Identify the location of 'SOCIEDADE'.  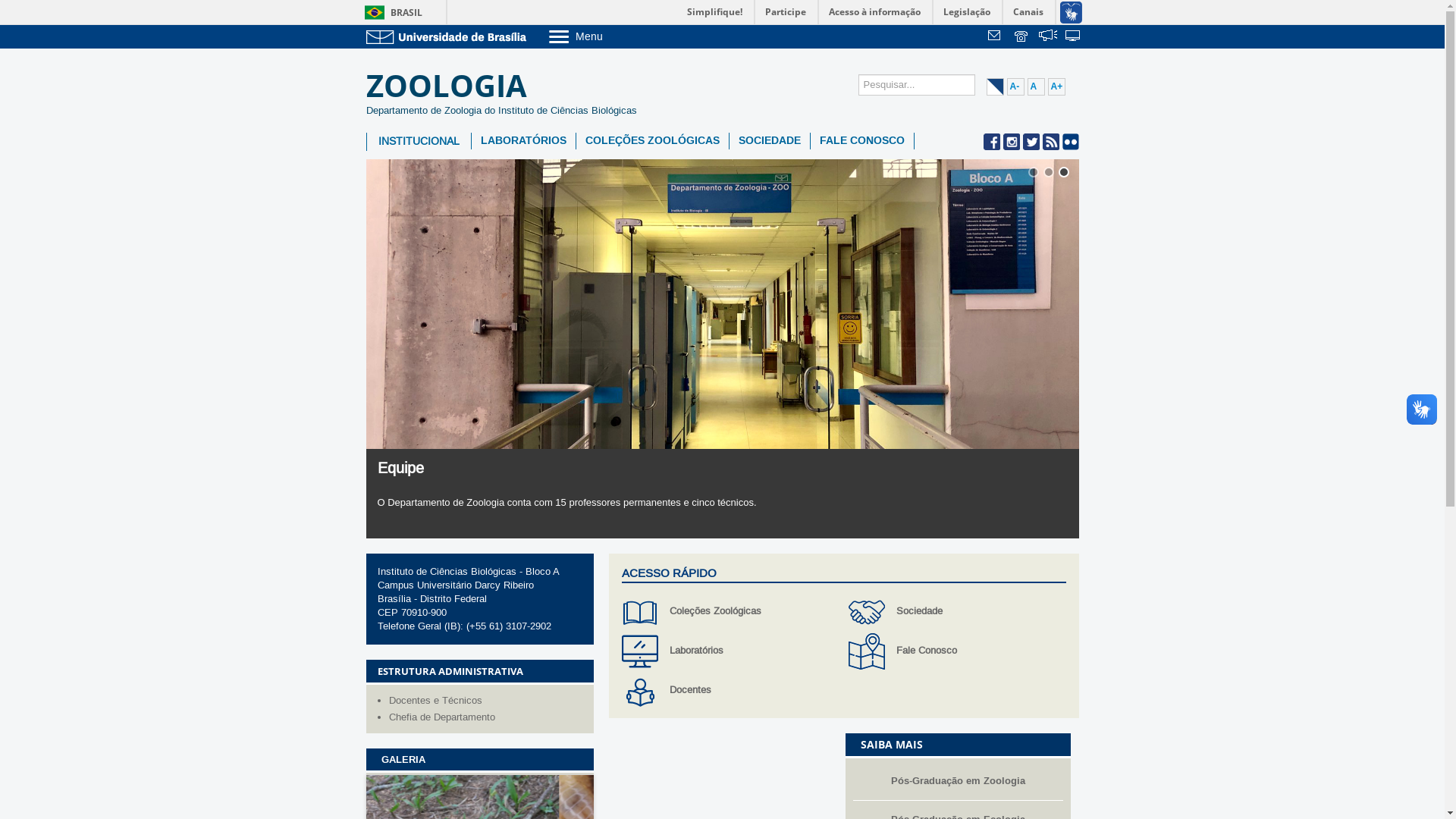
(729, 140).